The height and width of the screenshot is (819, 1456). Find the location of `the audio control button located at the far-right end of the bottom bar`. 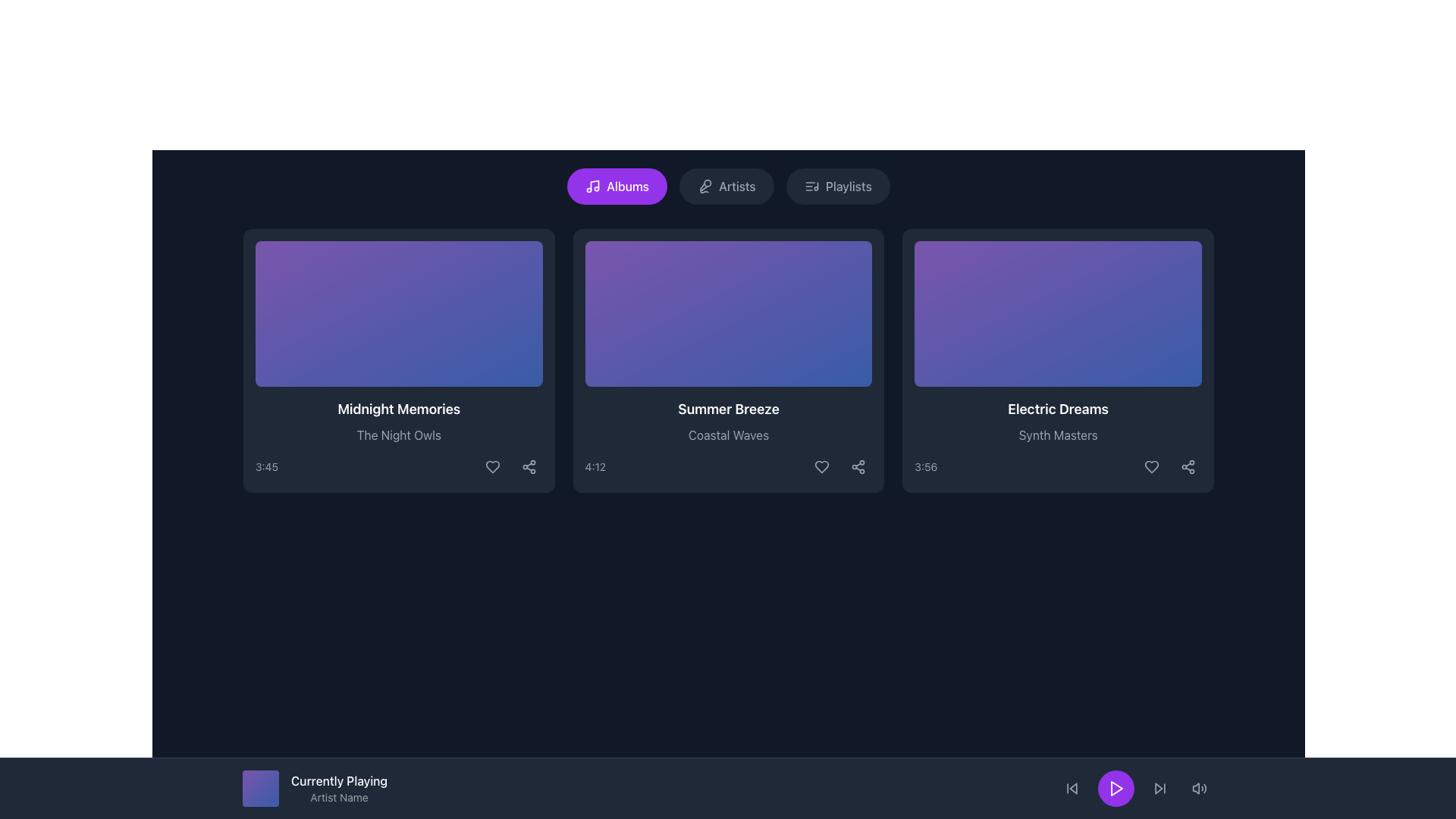

the audio control button located at the far-right end of the bottom bar is located at coordinates (1199, 788).